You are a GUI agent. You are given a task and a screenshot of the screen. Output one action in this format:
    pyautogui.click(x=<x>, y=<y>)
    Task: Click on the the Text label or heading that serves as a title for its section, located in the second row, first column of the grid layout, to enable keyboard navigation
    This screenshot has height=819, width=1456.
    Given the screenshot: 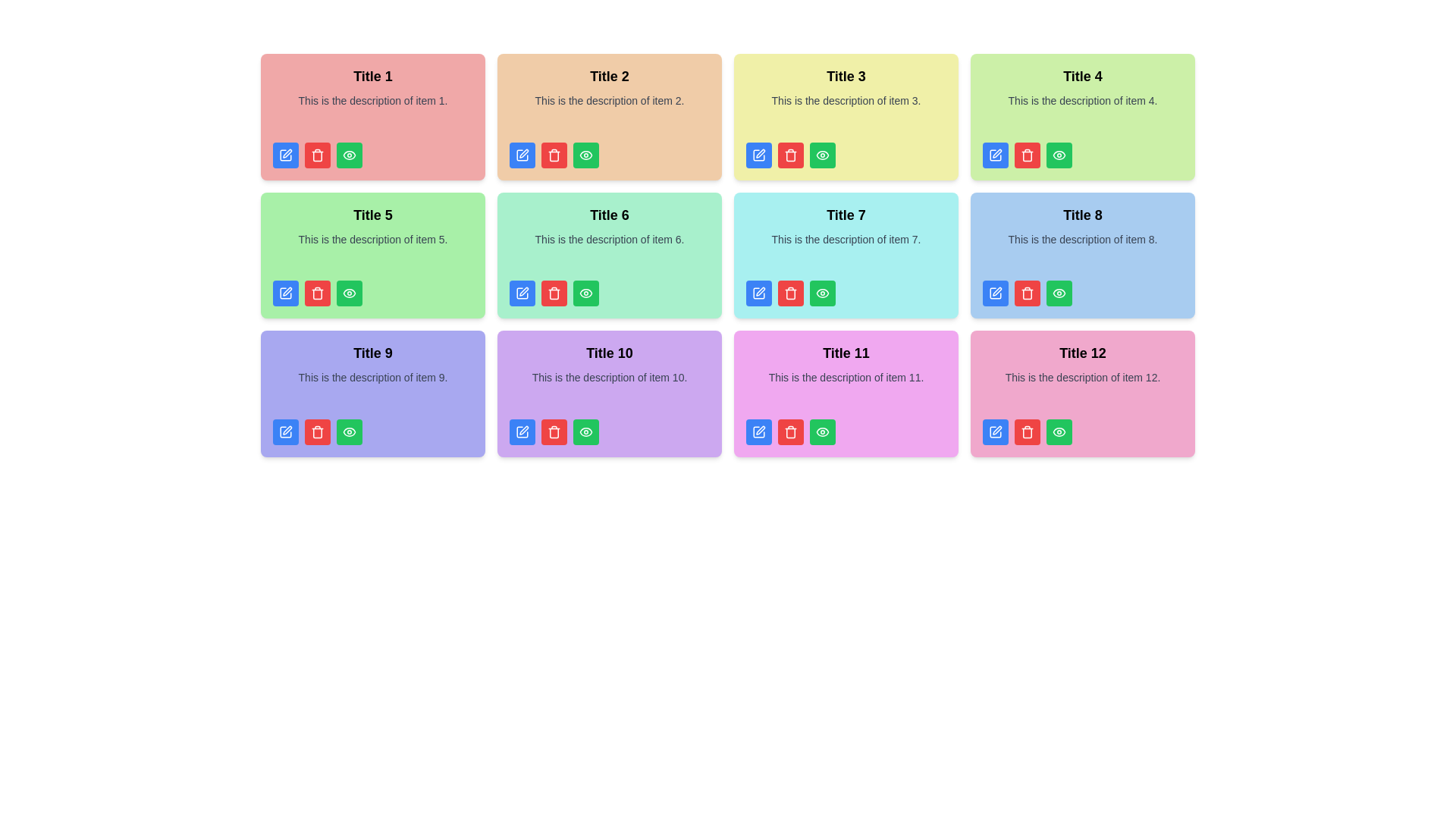 What is the action you would take?
    pyautogui.click(x=372, y=215)
    